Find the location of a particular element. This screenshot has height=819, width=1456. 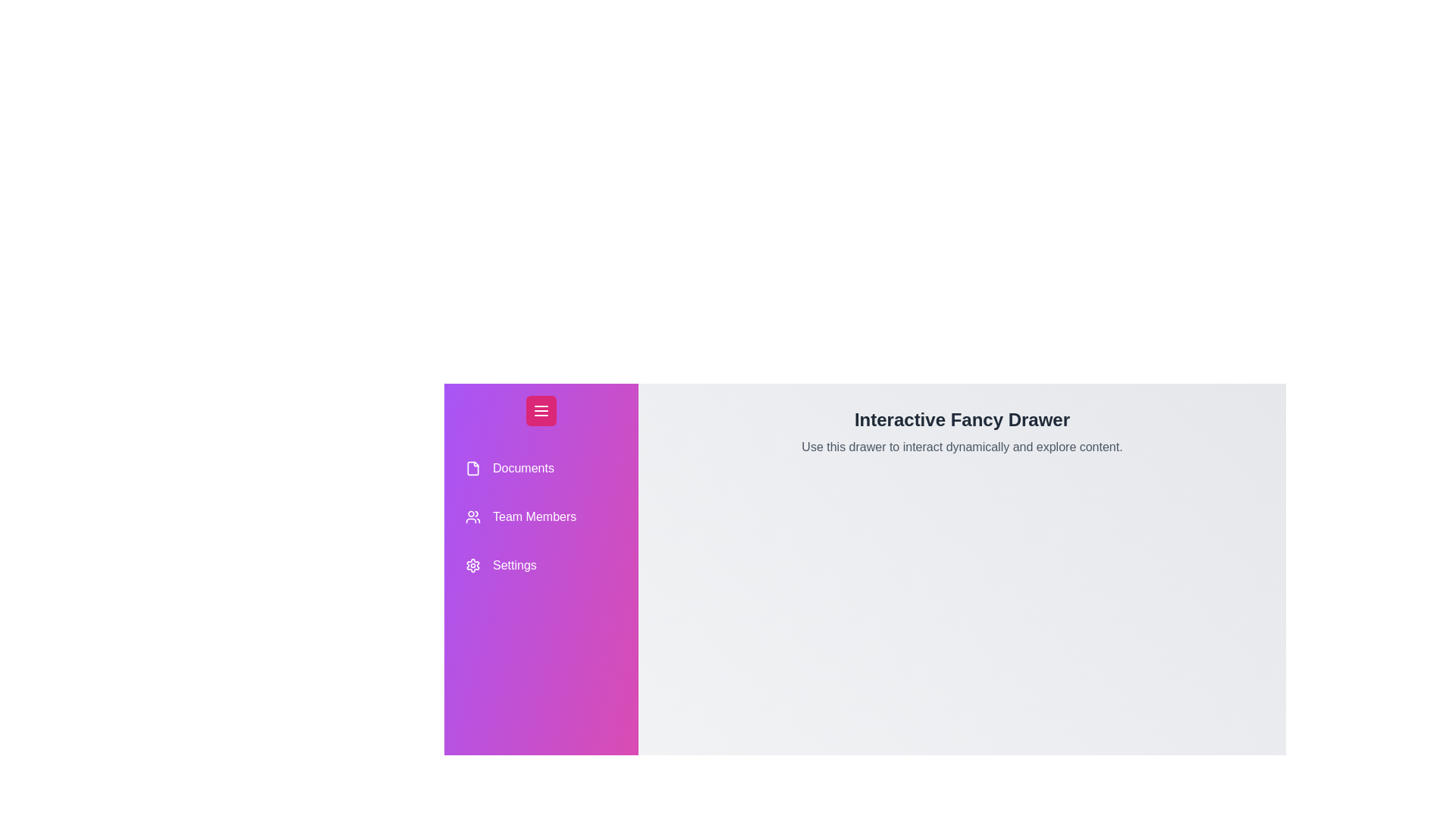

the drawer item Settings to select it is located at coordinates (541, 565).